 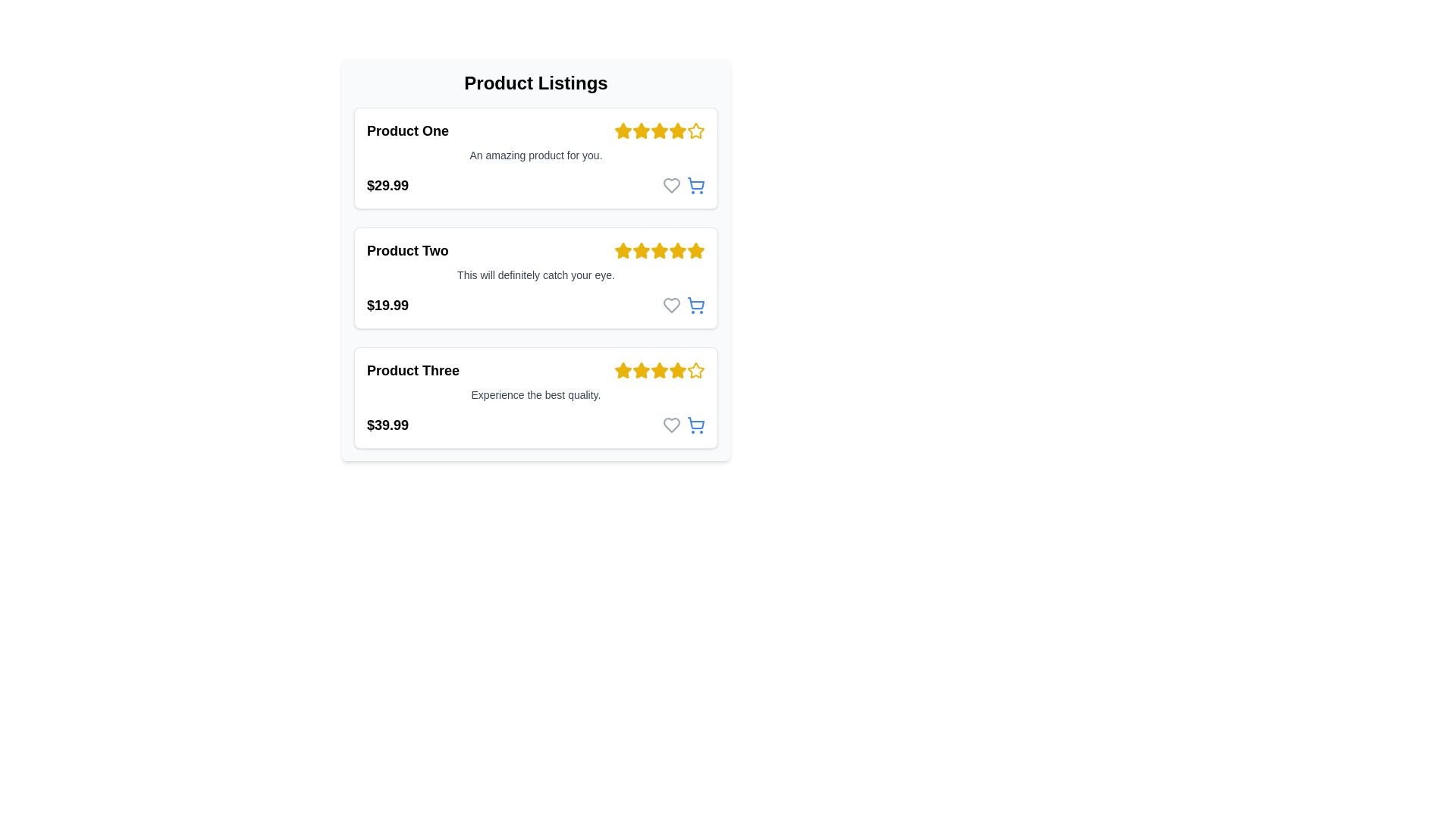 What do you see at coordinates (388, 185) in the screenshot?
I see `price displayed in the text element located in the first product listing below the title 'Product One' and above the description 'An amazing product for you.'` at bounding box center [388, 185].